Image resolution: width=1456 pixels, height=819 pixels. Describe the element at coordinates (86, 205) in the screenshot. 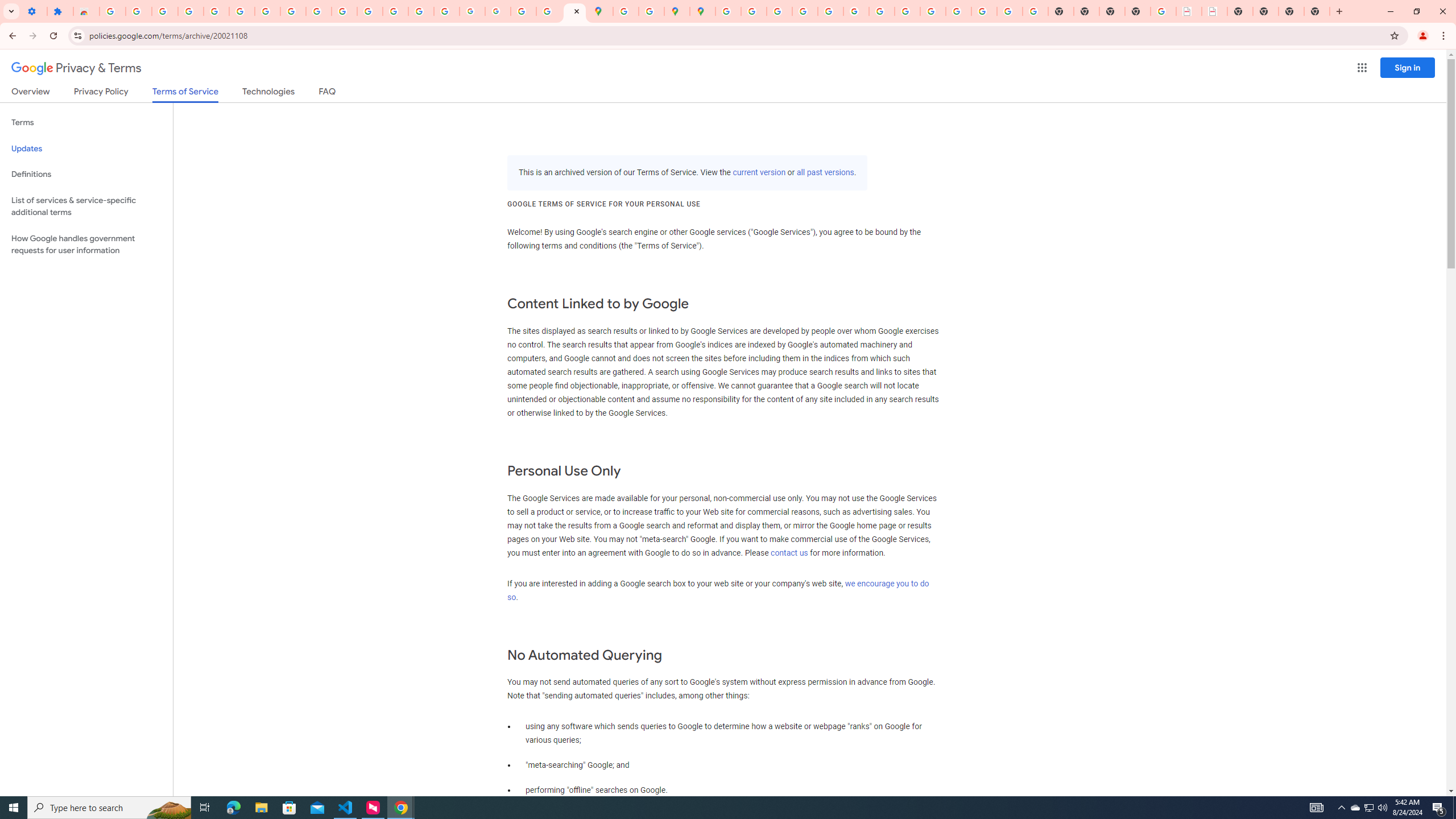

I see `'List of services & service-specific additional terms'` at that location.